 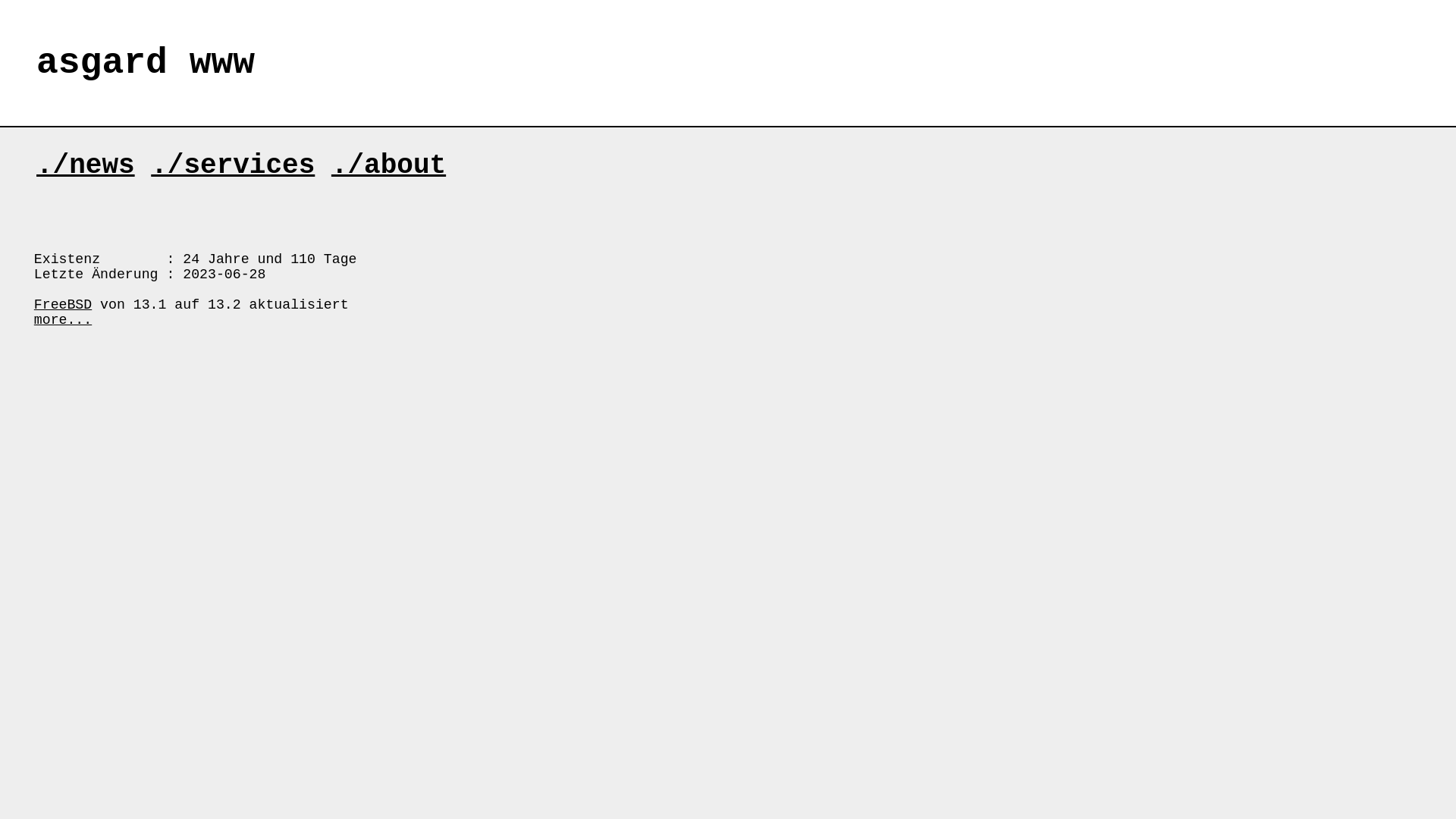 I want to click on './services', so click(x=232, y=165).